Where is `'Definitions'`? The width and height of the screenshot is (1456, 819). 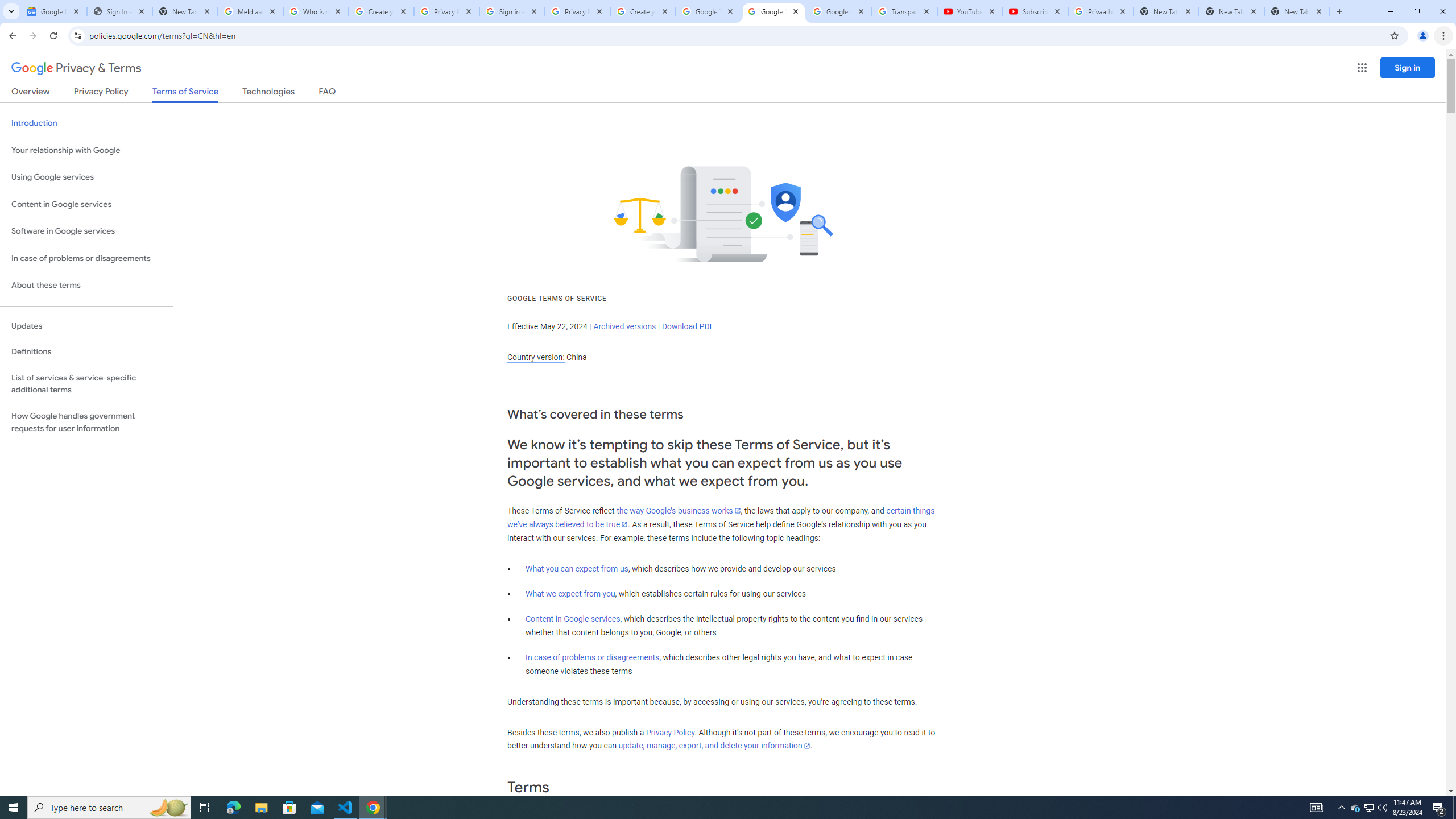
'Definitions' is located at coordinates (86, 351).